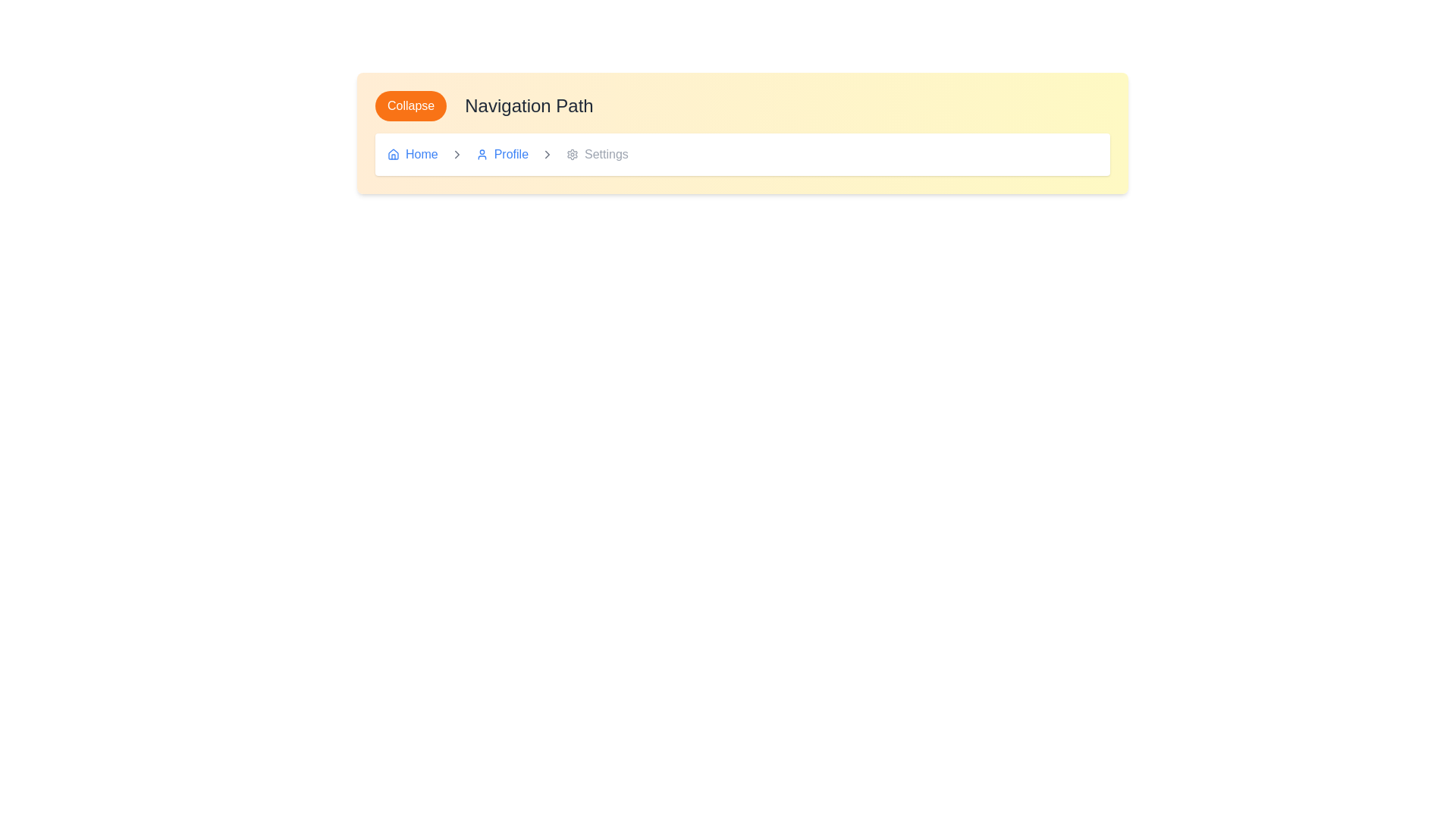 Image resolution: width=1456 pixels, height=819 pixels. I want to click on the first item in the breadcrumb navigation bar, which serves as a clickable link to the home page, so click(413, 155).